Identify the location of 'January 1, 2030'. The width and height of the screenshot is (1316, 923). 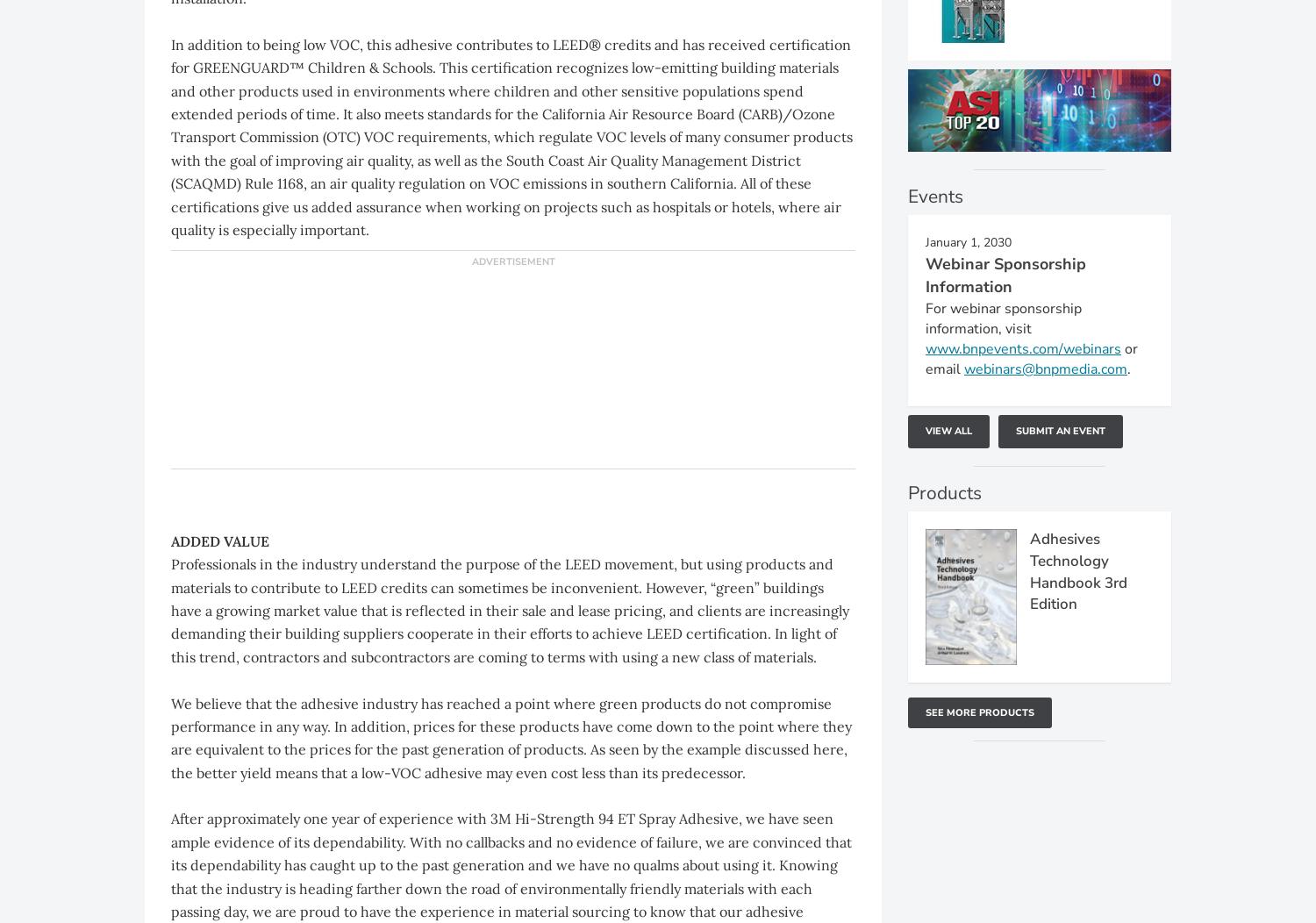
(968, 242).